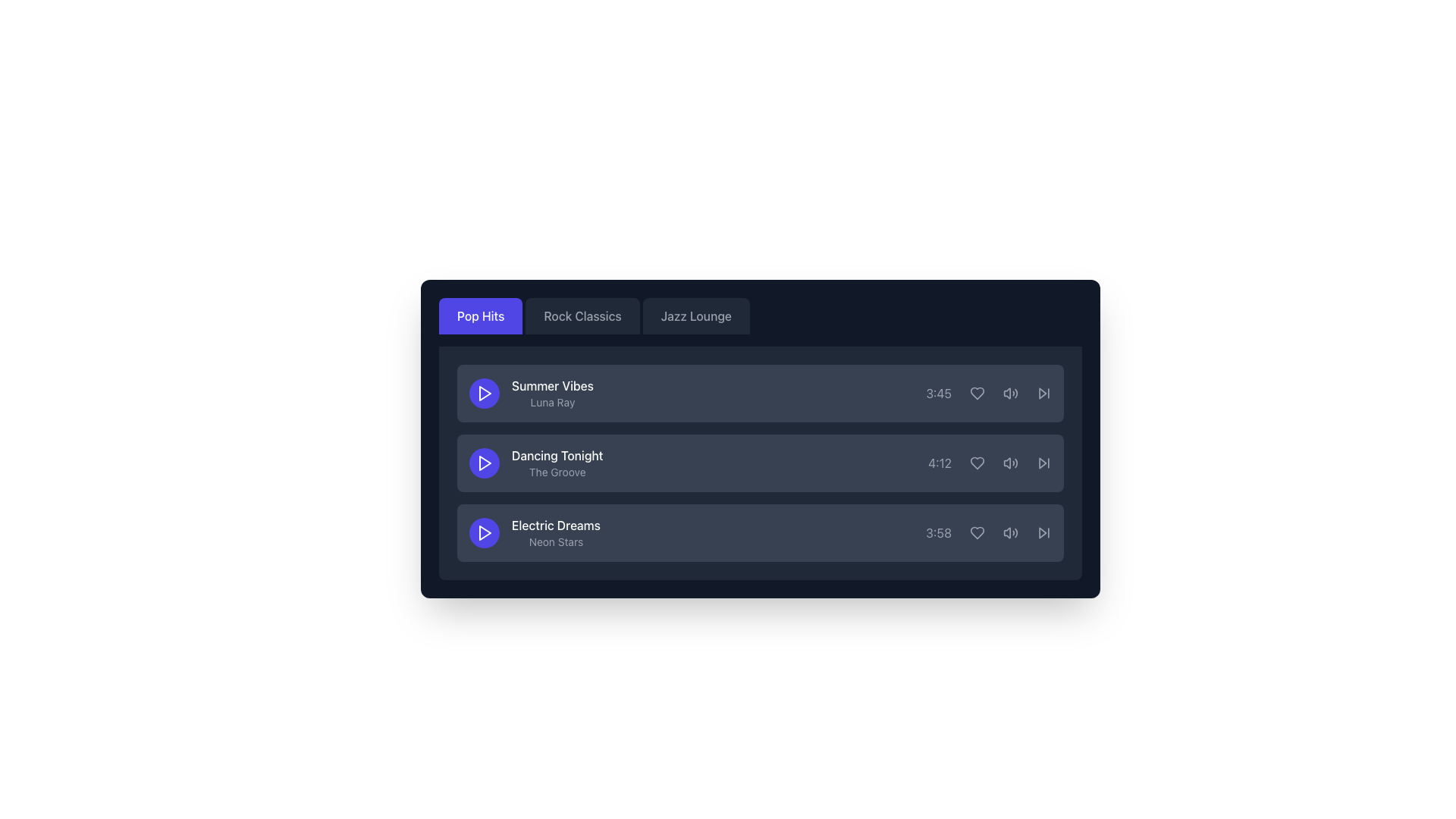  What do you see at coordinates (483, 393) in the screenshot?
I see `the play button icon for the song 'Summer Vibes' by Luna Ray` at bounding box center [483, 393].